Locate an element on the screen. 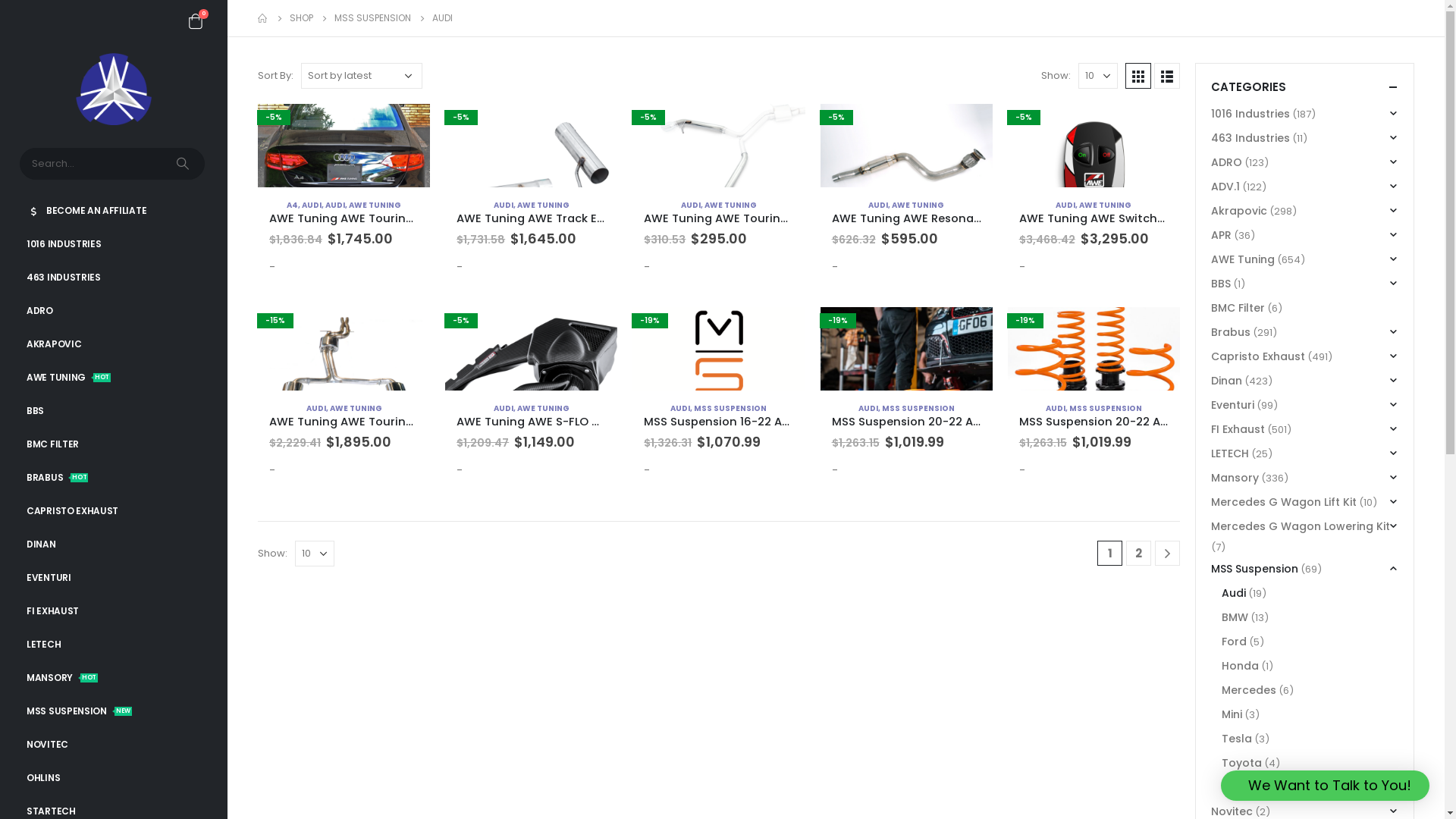 This screenshot has height=819, width=1456. '463 INDUSTRIES' is located at coordinates (112, 278).